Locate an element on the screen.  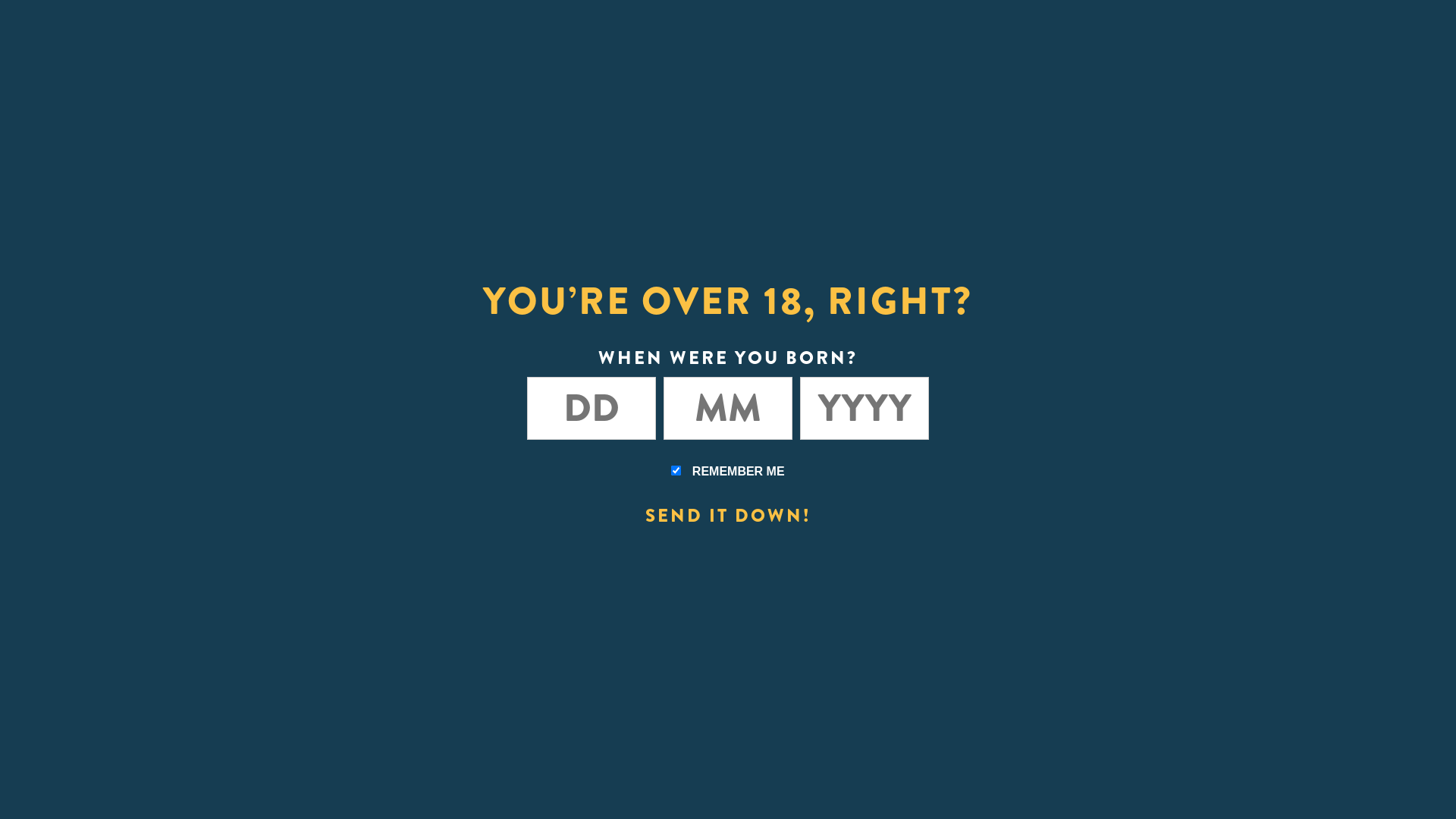
'Send it down!' is located at coordinates (726, 513).